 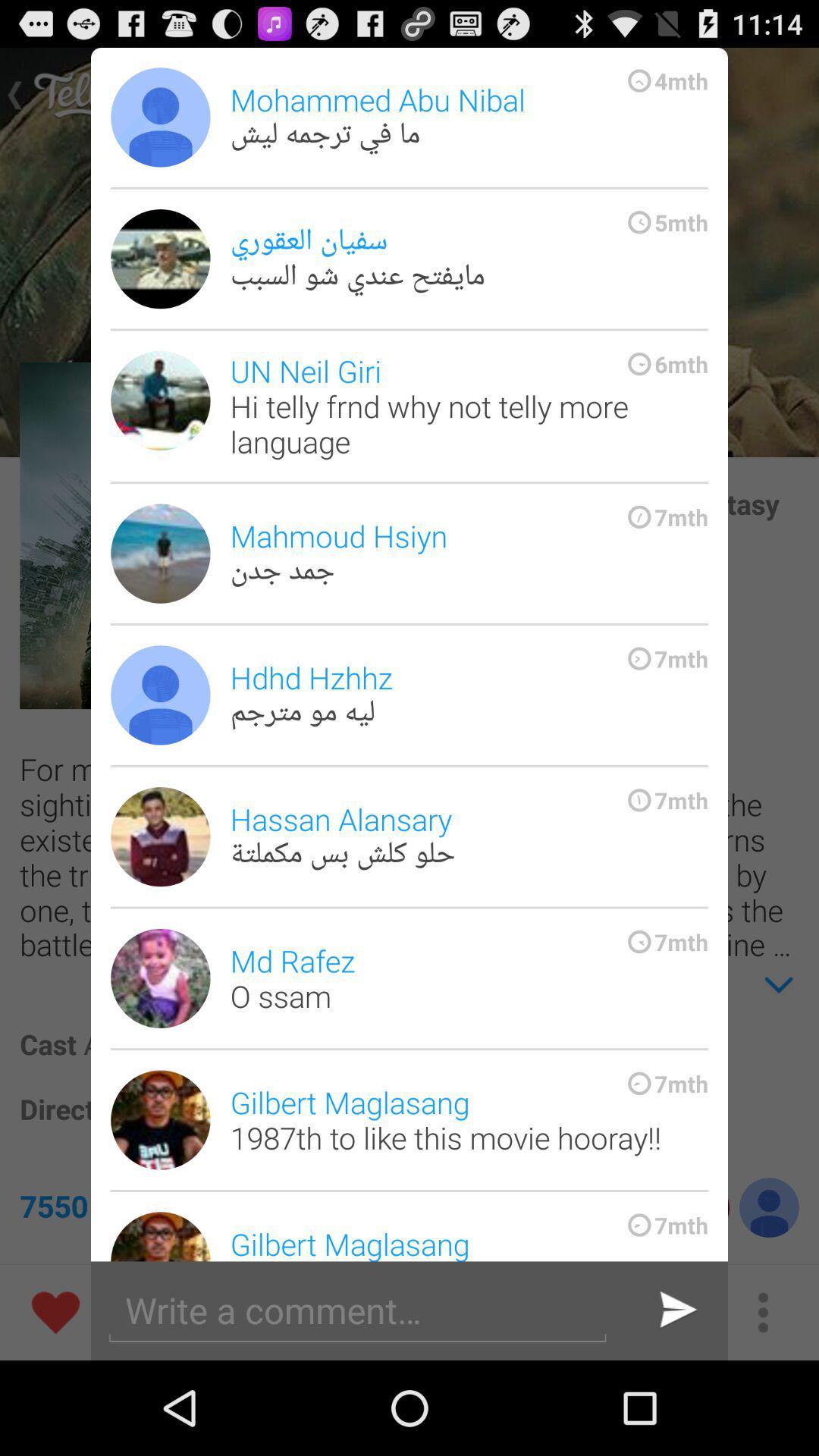 I want to click on mohammed abu nibal item, so click(x=468, y=116).